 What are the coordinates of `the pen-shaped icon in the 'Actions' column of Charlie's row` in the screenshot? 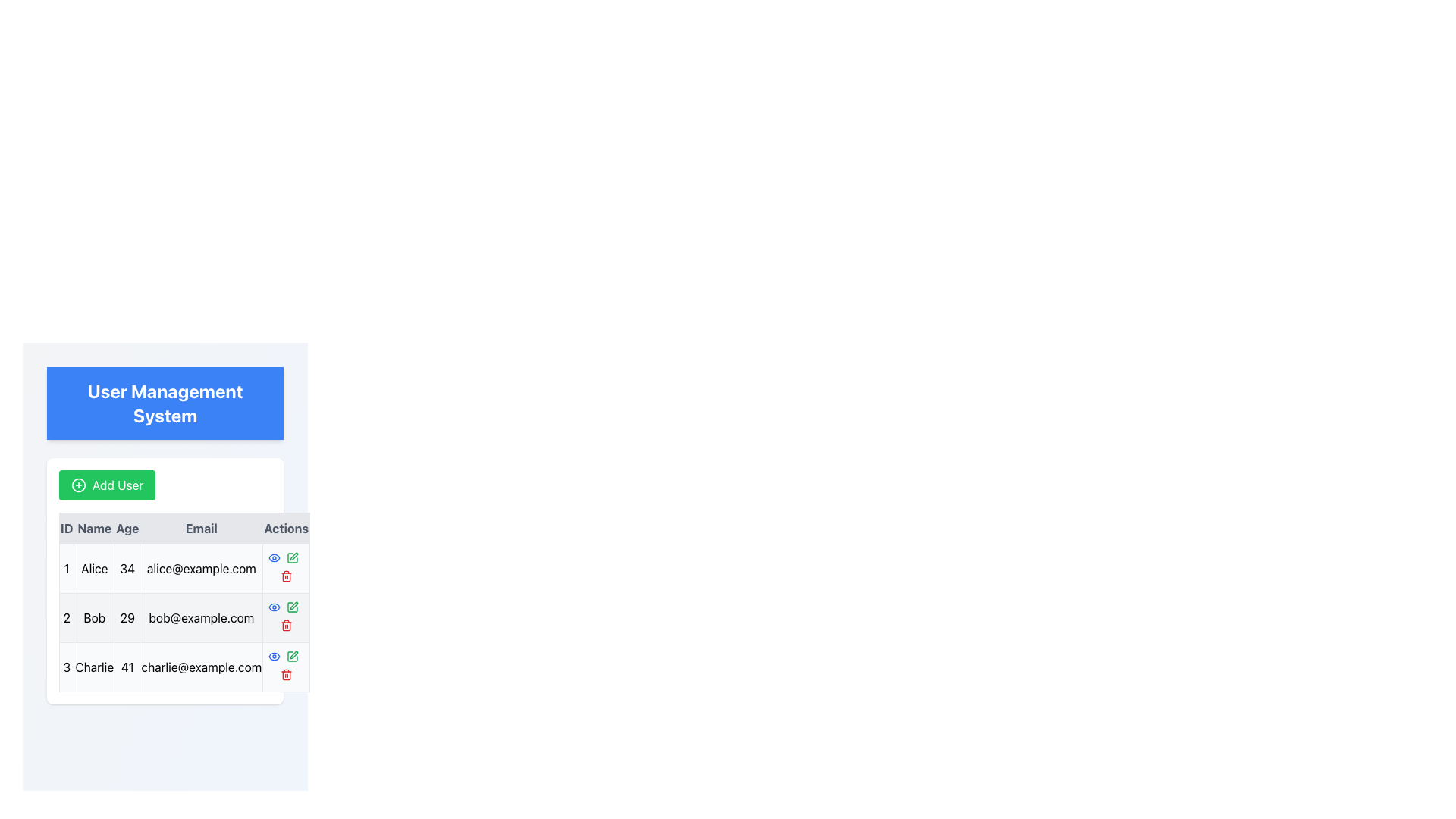 It's located at (292, 558).